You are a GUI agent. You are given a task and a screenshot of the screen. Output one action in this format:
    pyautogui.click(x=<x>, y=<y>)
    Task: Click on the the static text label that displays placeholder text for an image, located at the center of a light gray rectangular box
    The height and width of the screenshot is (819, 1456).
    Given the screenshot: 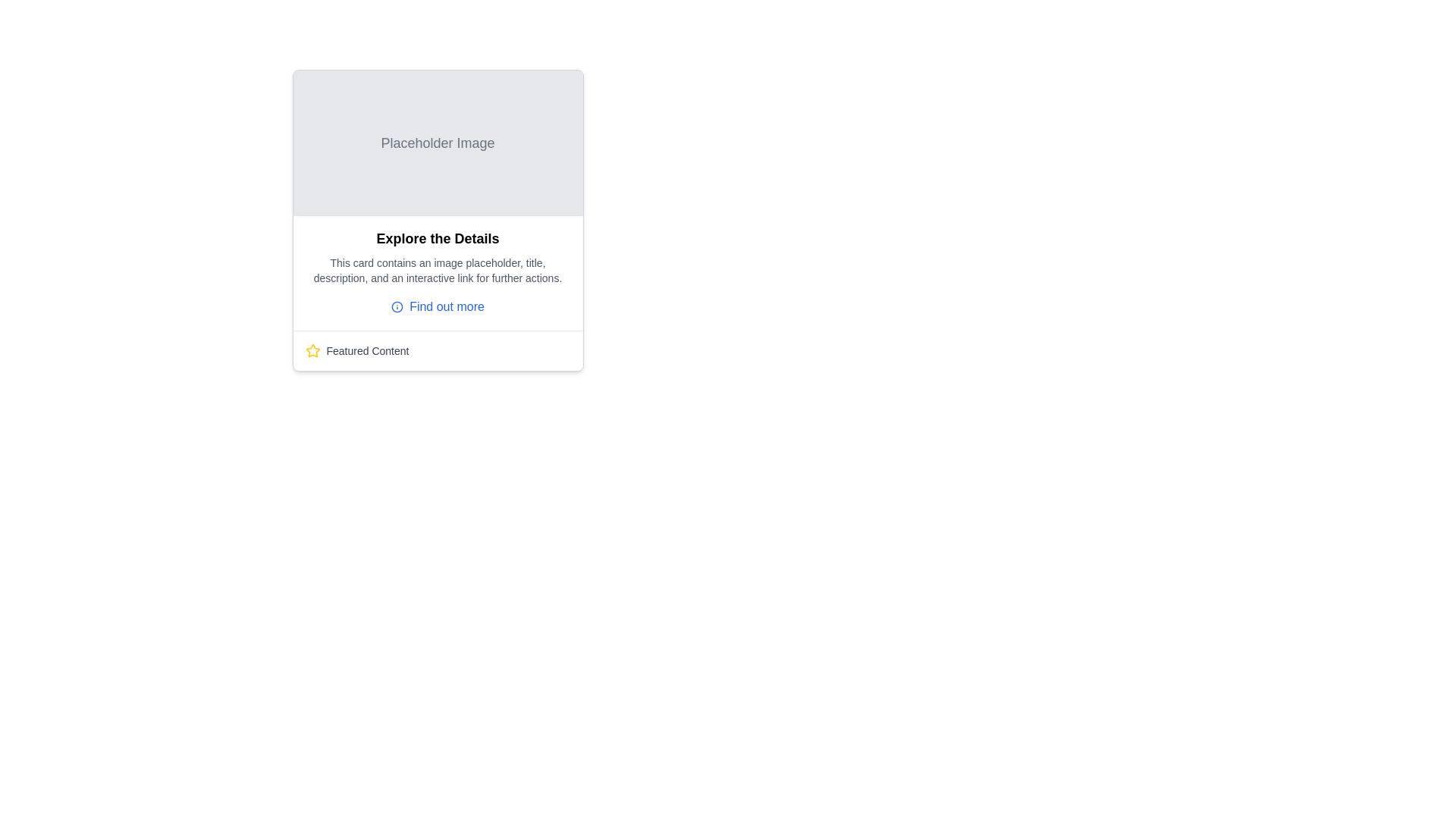 What is the action you would take?
    pyautogui.click(x=437, y=143)
    